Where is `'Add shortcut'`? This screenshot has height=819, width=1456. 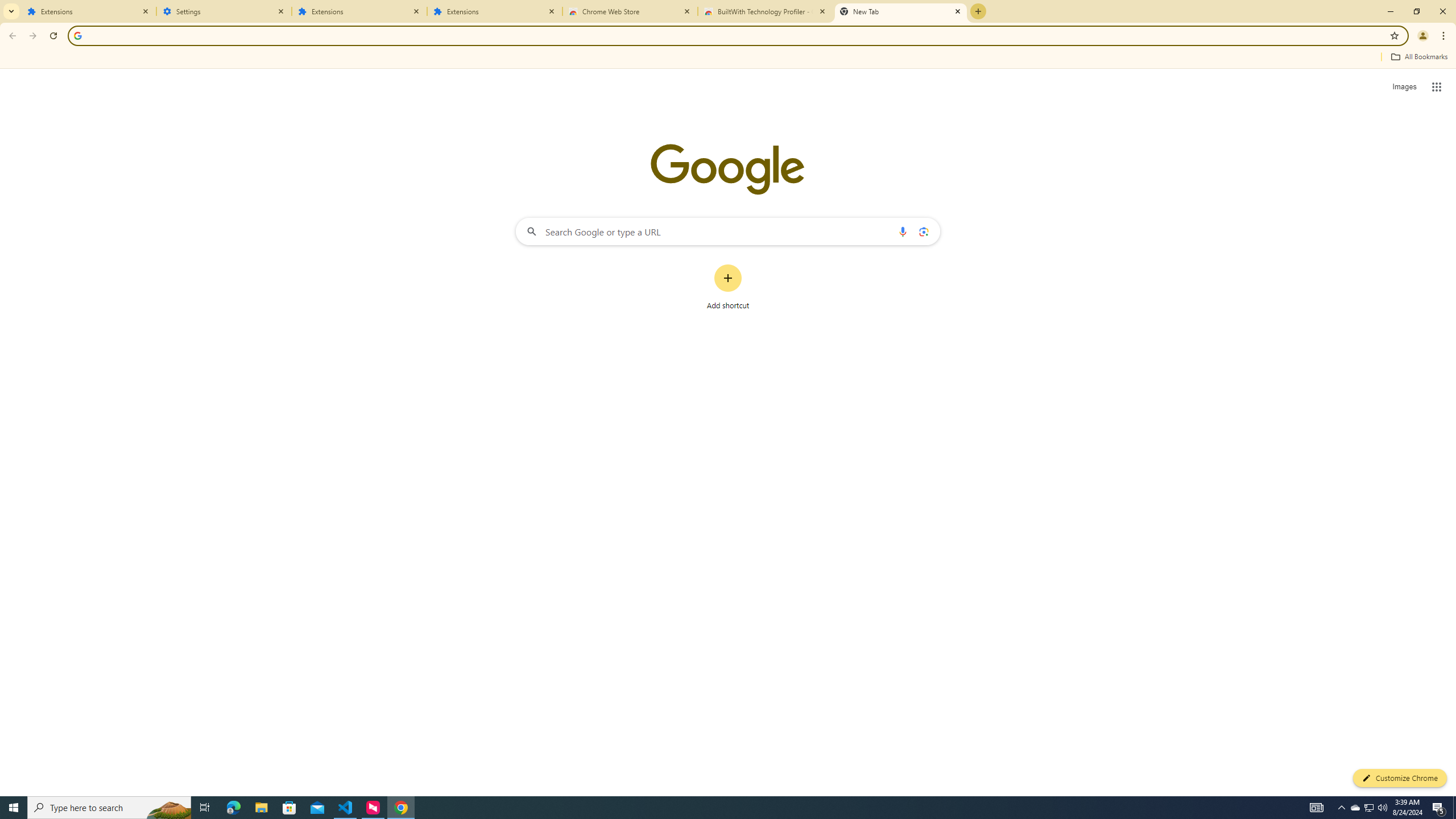
'Add shortcut' is located at coordinates (728, 287).